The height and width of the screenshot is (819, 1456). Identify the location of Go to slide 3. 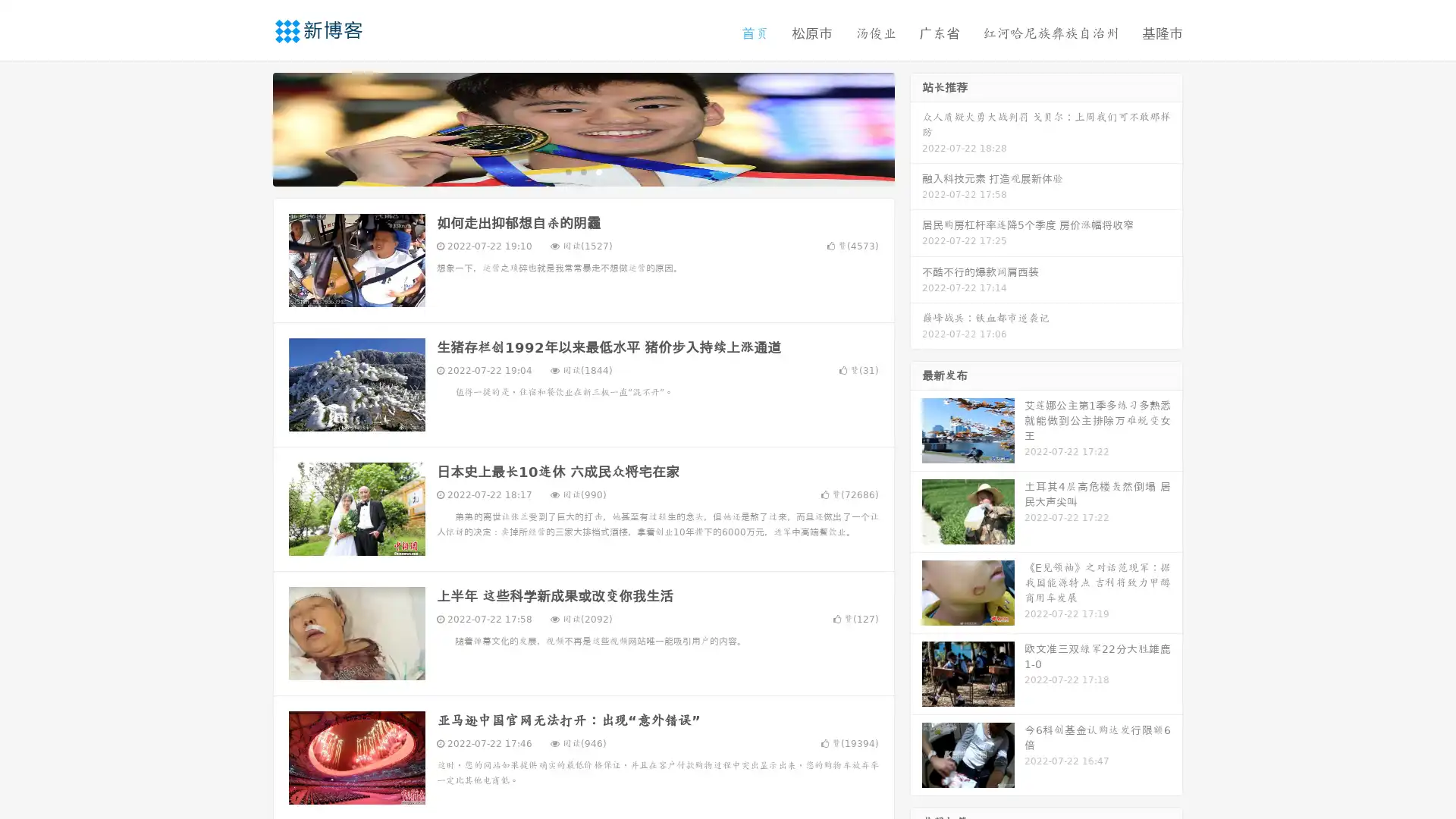
(598, 171).